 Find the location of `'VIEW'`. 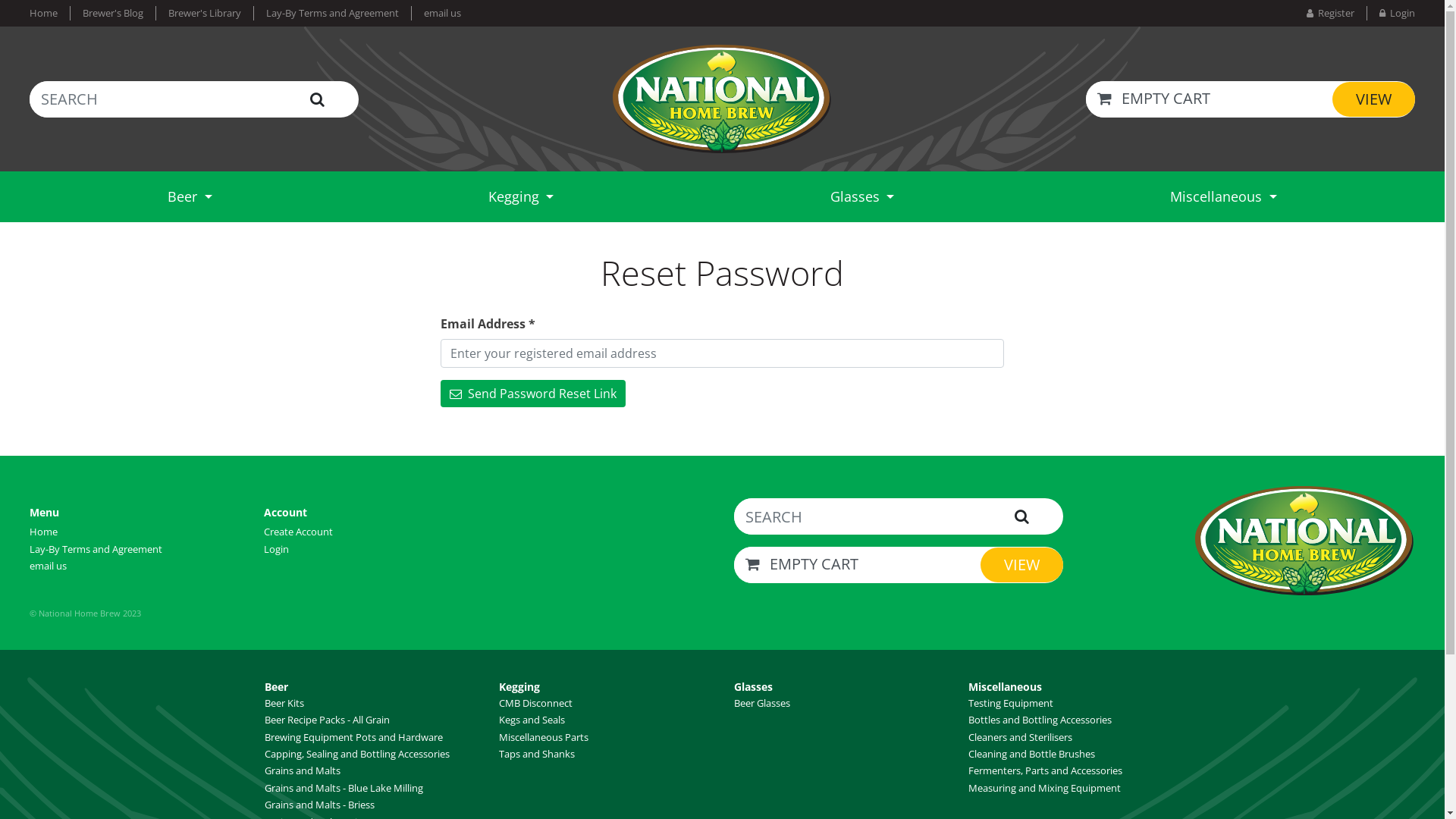

'VIEW' is located at coordinates (1021, 564).